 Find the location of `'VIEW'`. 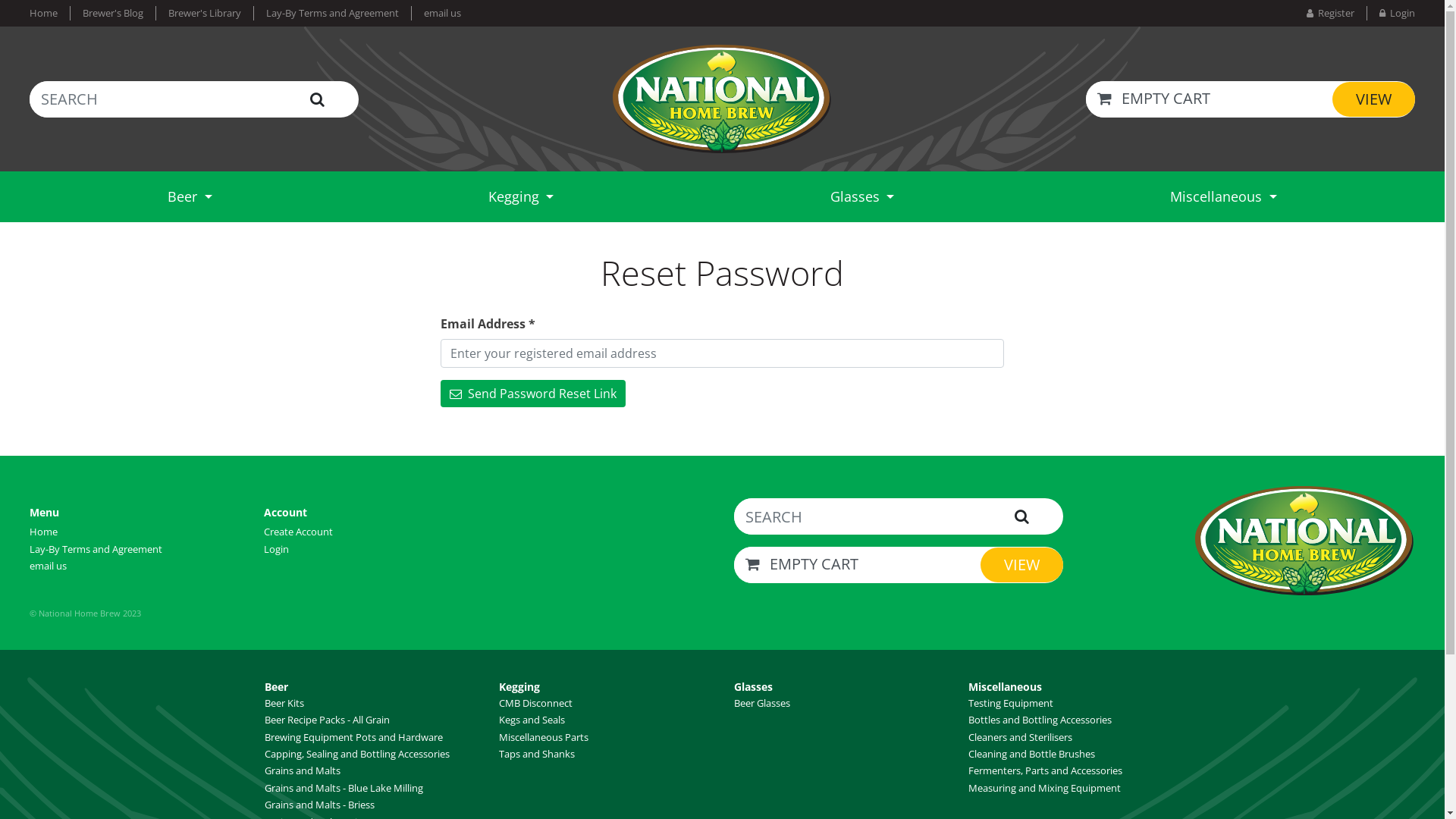

'VIEW' is located at coordinates (1021, 564).